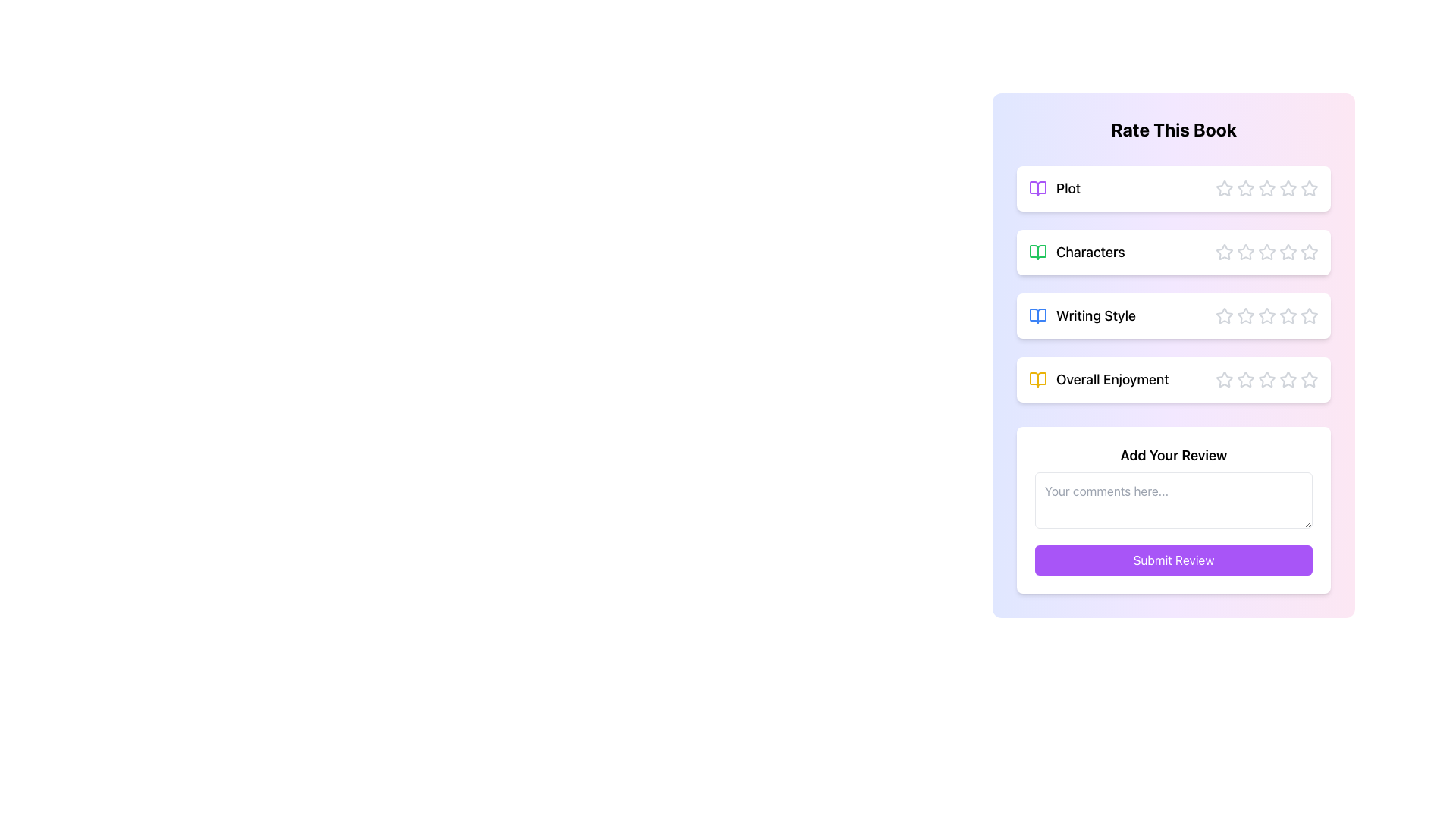 The height and width of the screenshot is (819, 1456). What do you see at coordinates (1037, 251) in the screenshot?
I see `the icon shaped like an open book with bold green borders, located to the left of the 'Characters' label in the vertical list of review categories` at bounding box center [1037, 251].